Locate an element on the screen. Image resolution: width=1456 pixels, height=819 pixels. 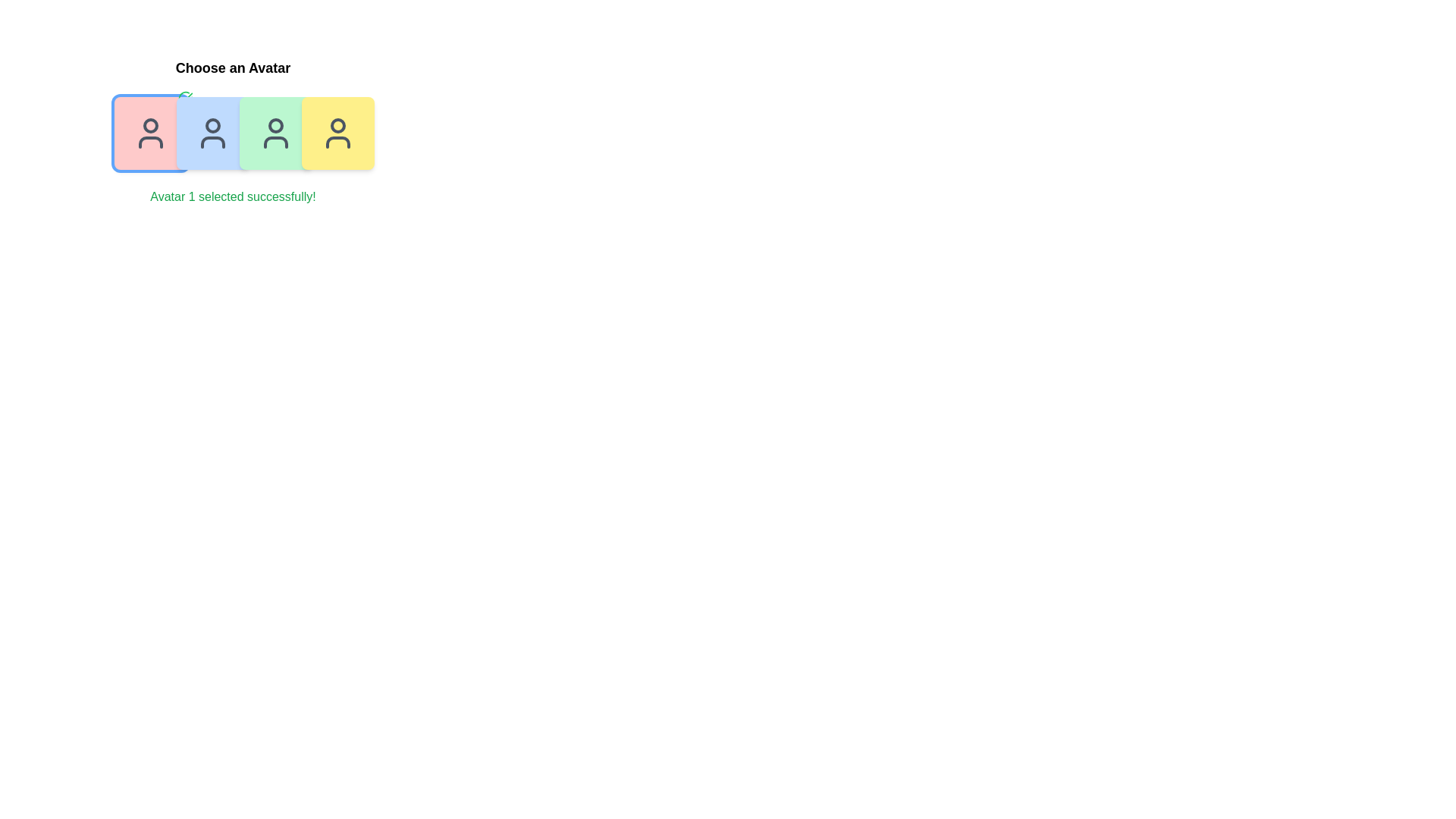
the graphical circular shape that represents the head of the second avatar from the left in a row of four avatars is located at coordinates (212, 124).